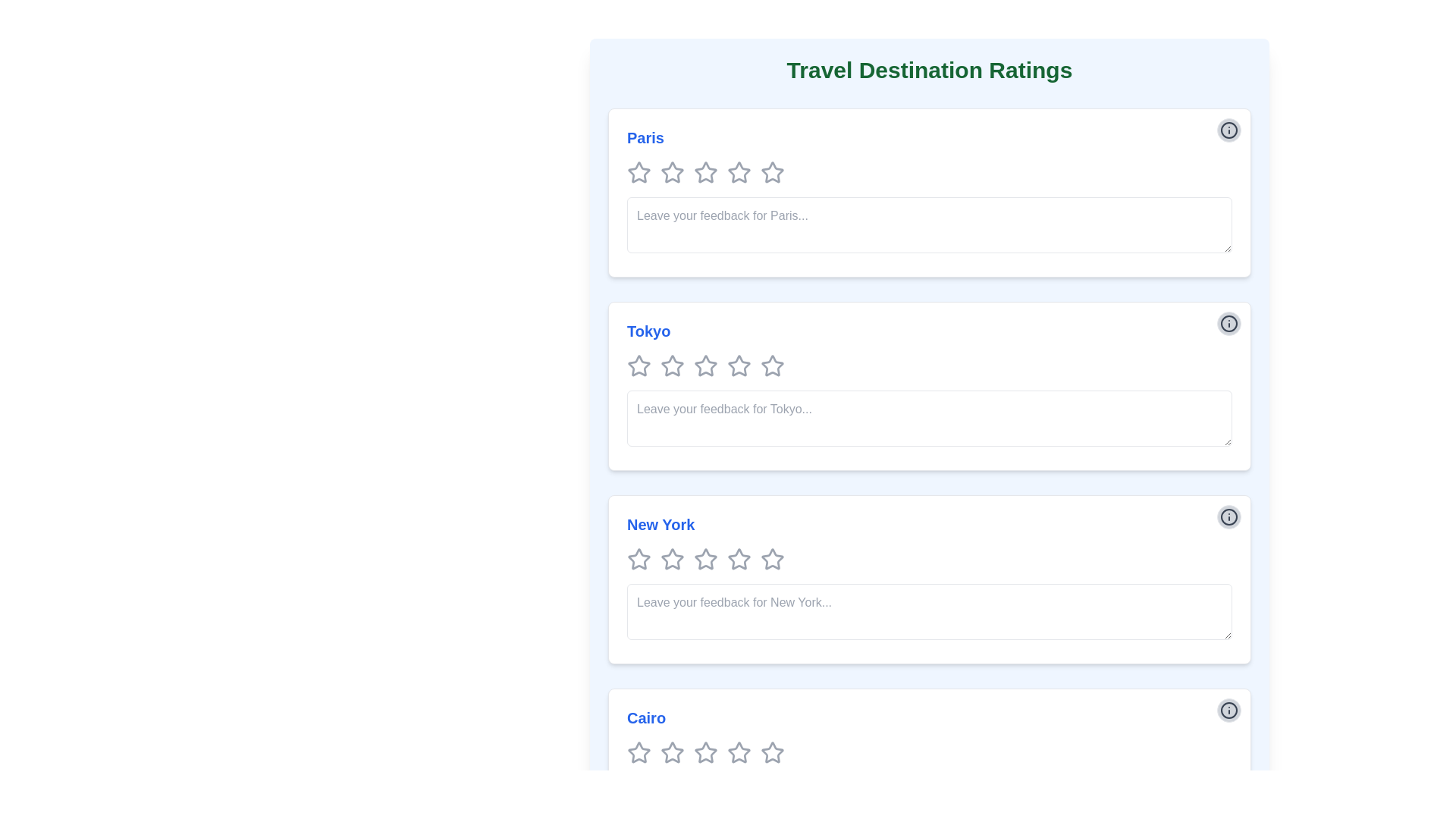  Describe the element at coordinates (1229, 711) in the screenshot. I see `the circular informational button with a light gray background and darker gray border located in the top-right corner of the 'Cairo' card` at that location.